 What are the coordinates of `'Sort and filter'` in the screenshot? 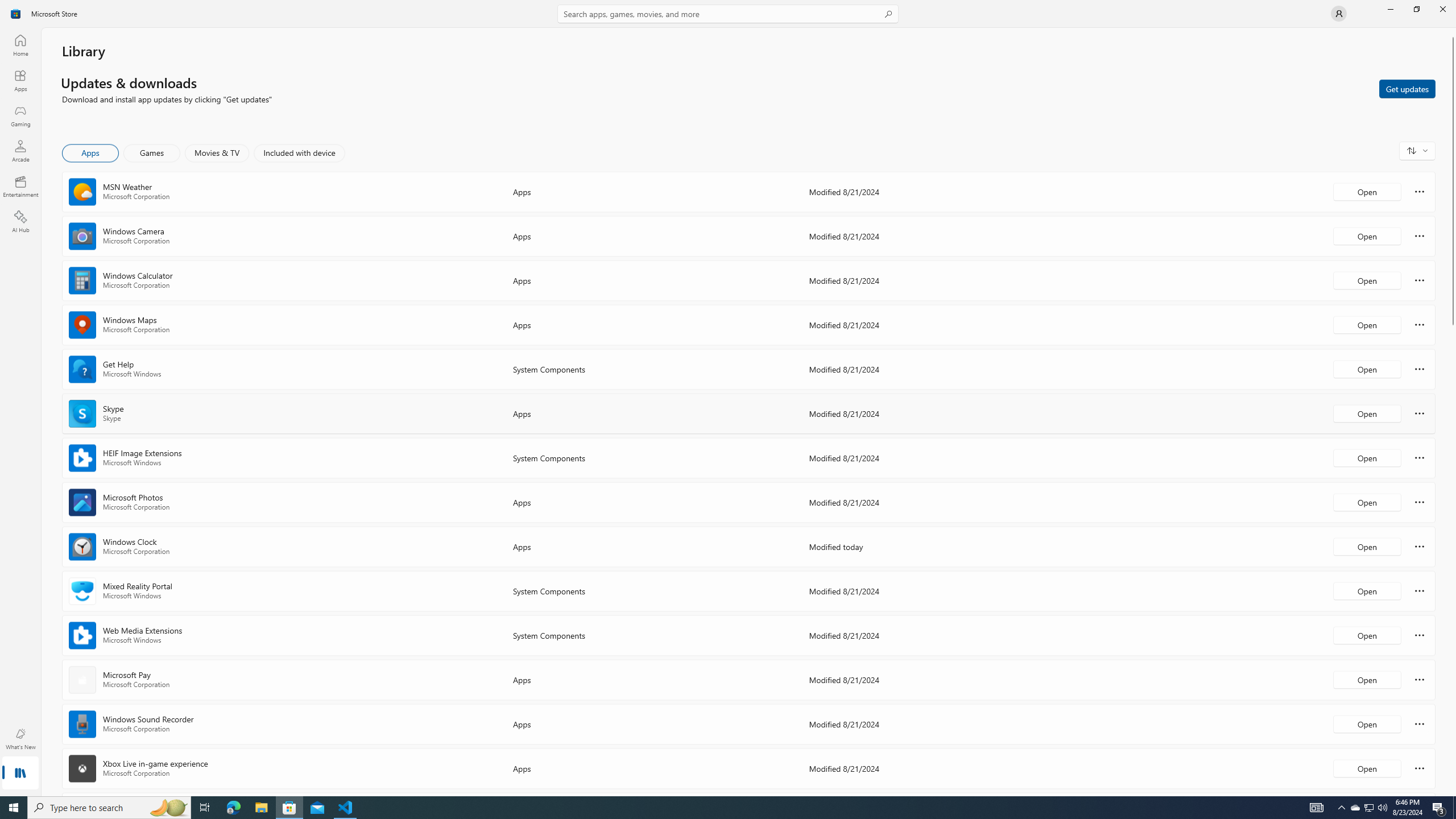 It's located at (1417, 150).